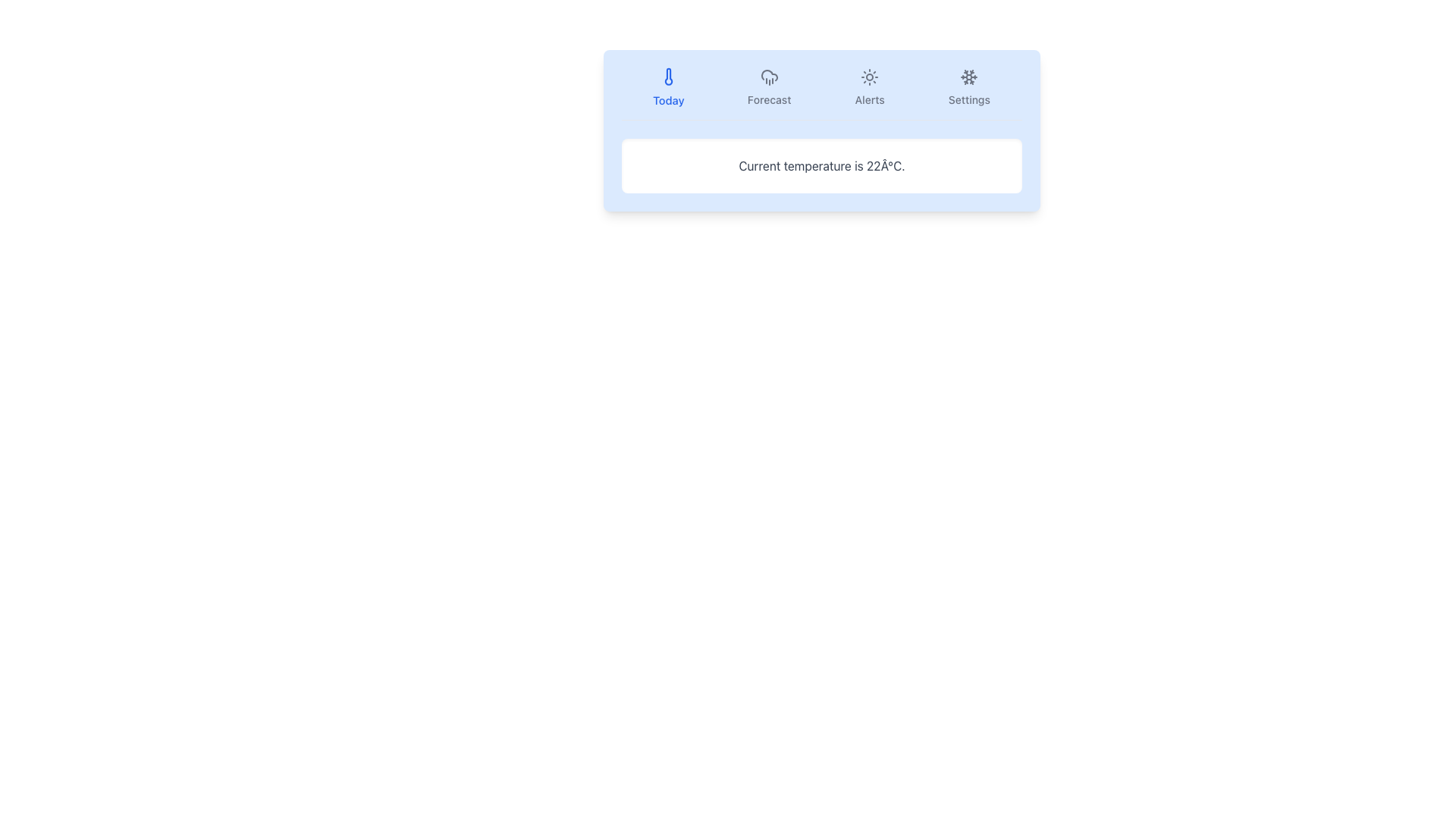 This screenshot has width=1456, height=819. What do you see at coordinates (821, 166) in the screenshot?
I see `text displayed in the informational text box that shows 'Current temperature is 22°C.'` at bounding box center [821, 166].